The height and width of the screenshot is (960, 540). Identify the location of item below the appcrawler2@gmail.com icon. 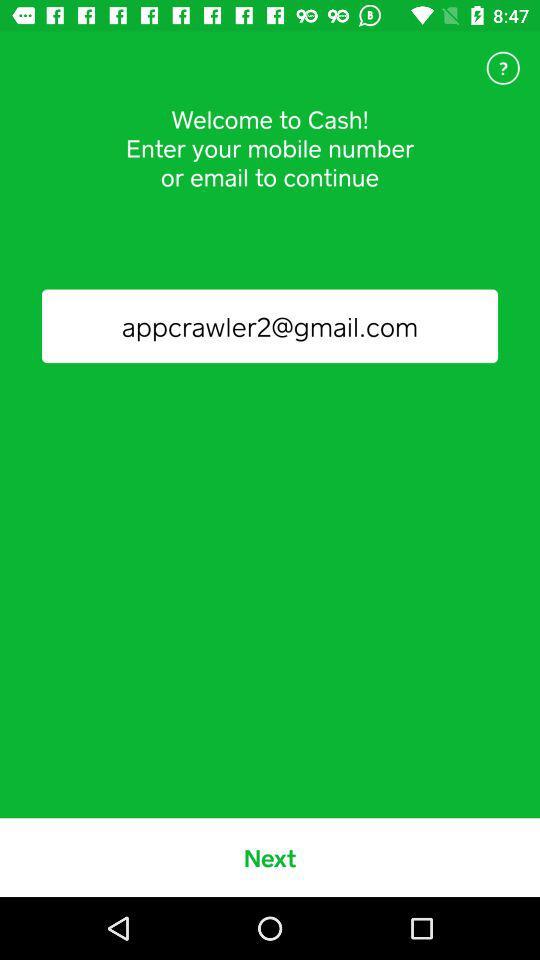
(270, 856).